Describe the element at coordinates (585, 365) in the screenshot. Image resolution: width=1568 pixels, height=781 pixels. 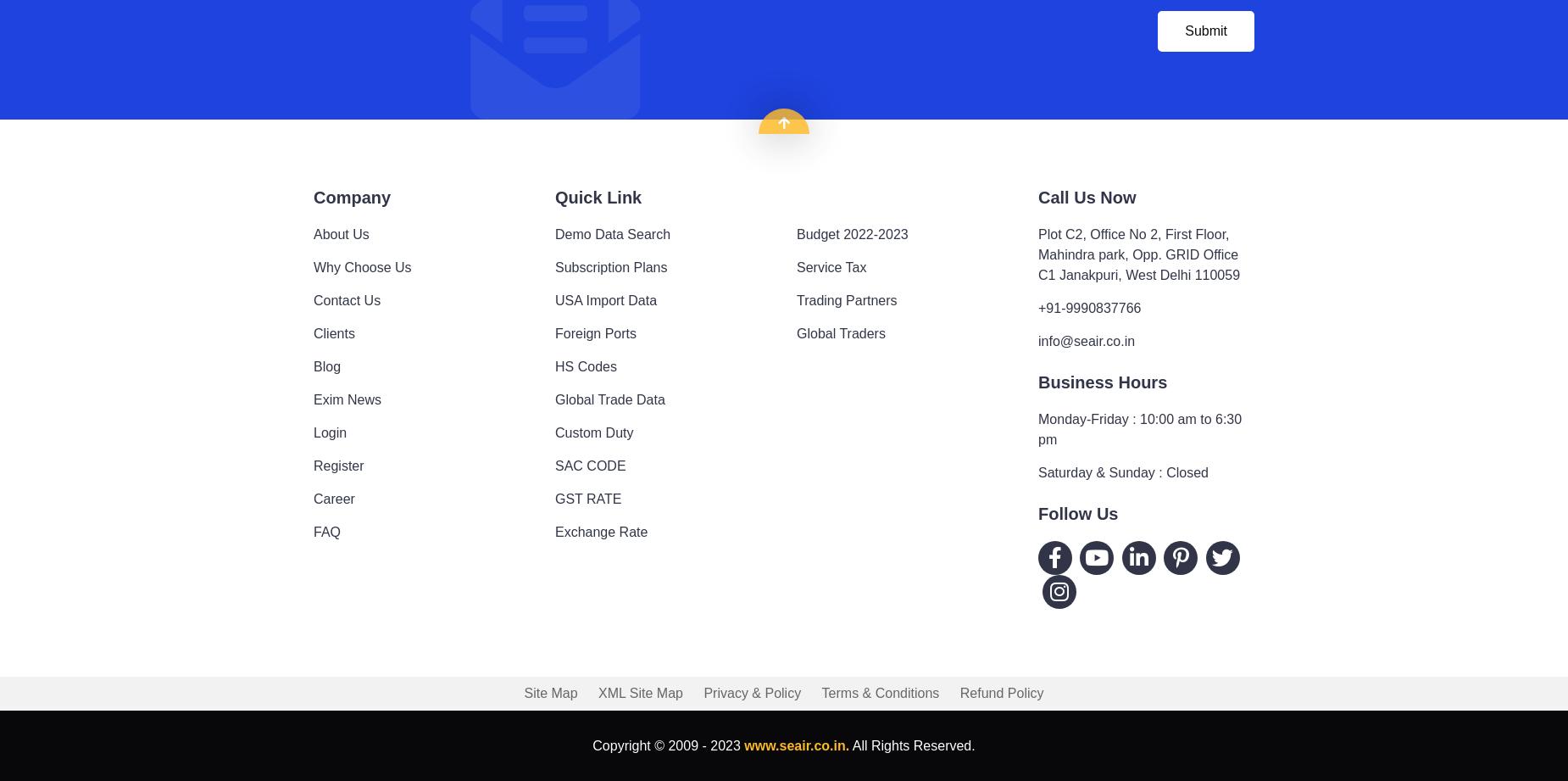
I see `'HS Codes'` at that location.